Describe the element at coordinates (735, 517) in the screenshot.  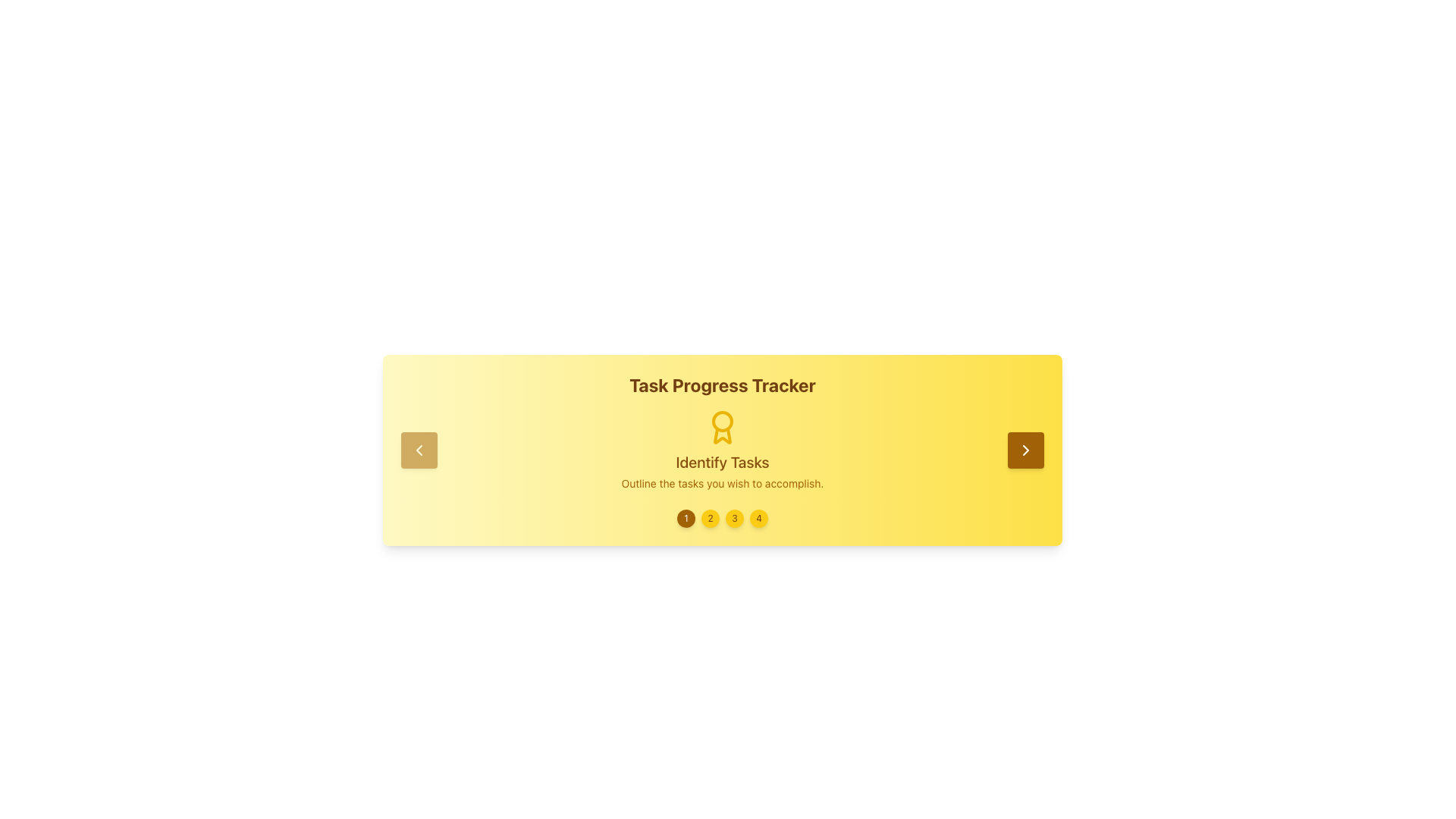
I see `the circular button with a yellow background and a dark yellow numeral '3' centered within, located in the 'Task Progress Tracker' module` at that location.